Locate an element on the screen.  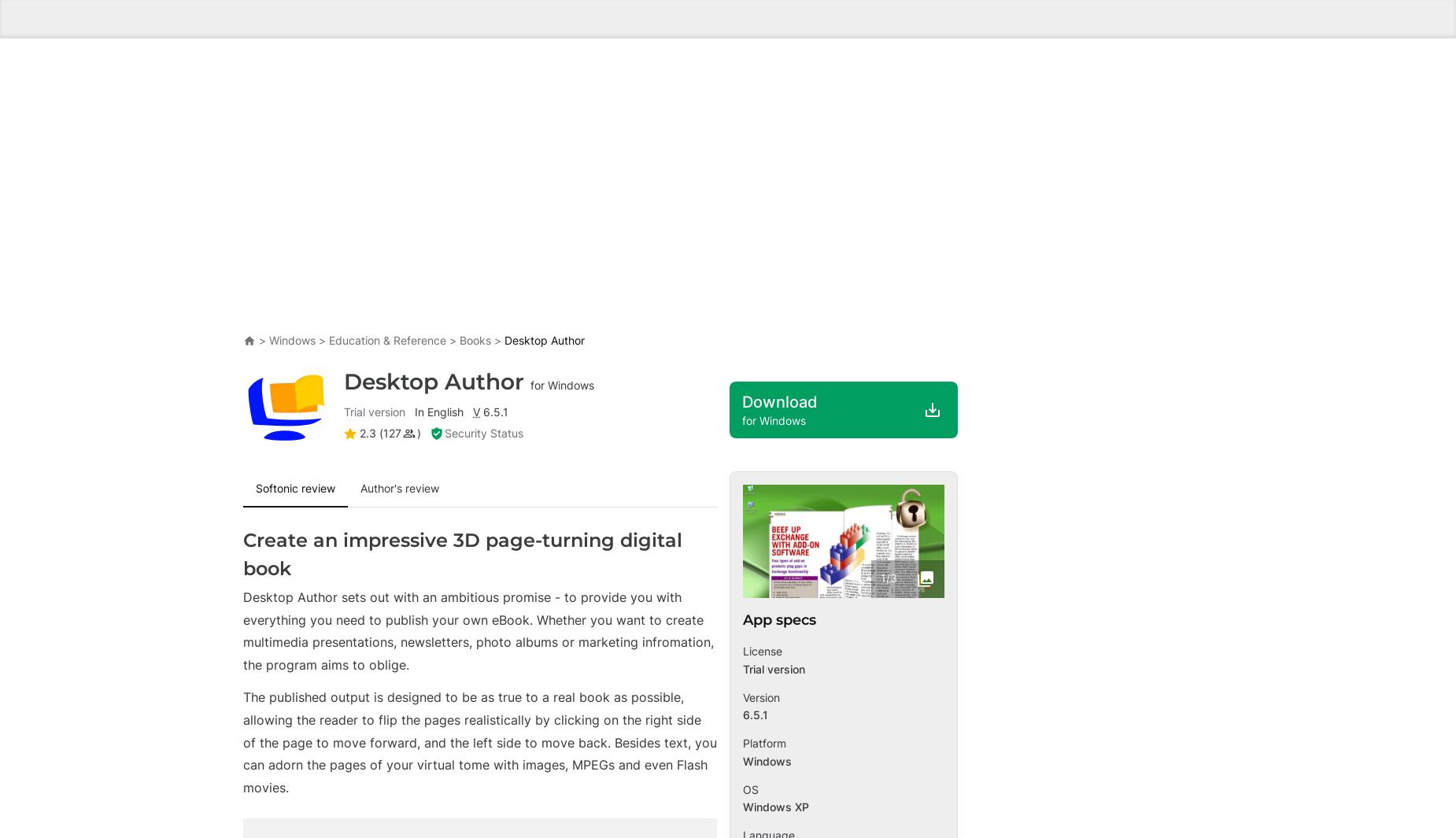
'Breaking News' is located at coordinates (297, 664).